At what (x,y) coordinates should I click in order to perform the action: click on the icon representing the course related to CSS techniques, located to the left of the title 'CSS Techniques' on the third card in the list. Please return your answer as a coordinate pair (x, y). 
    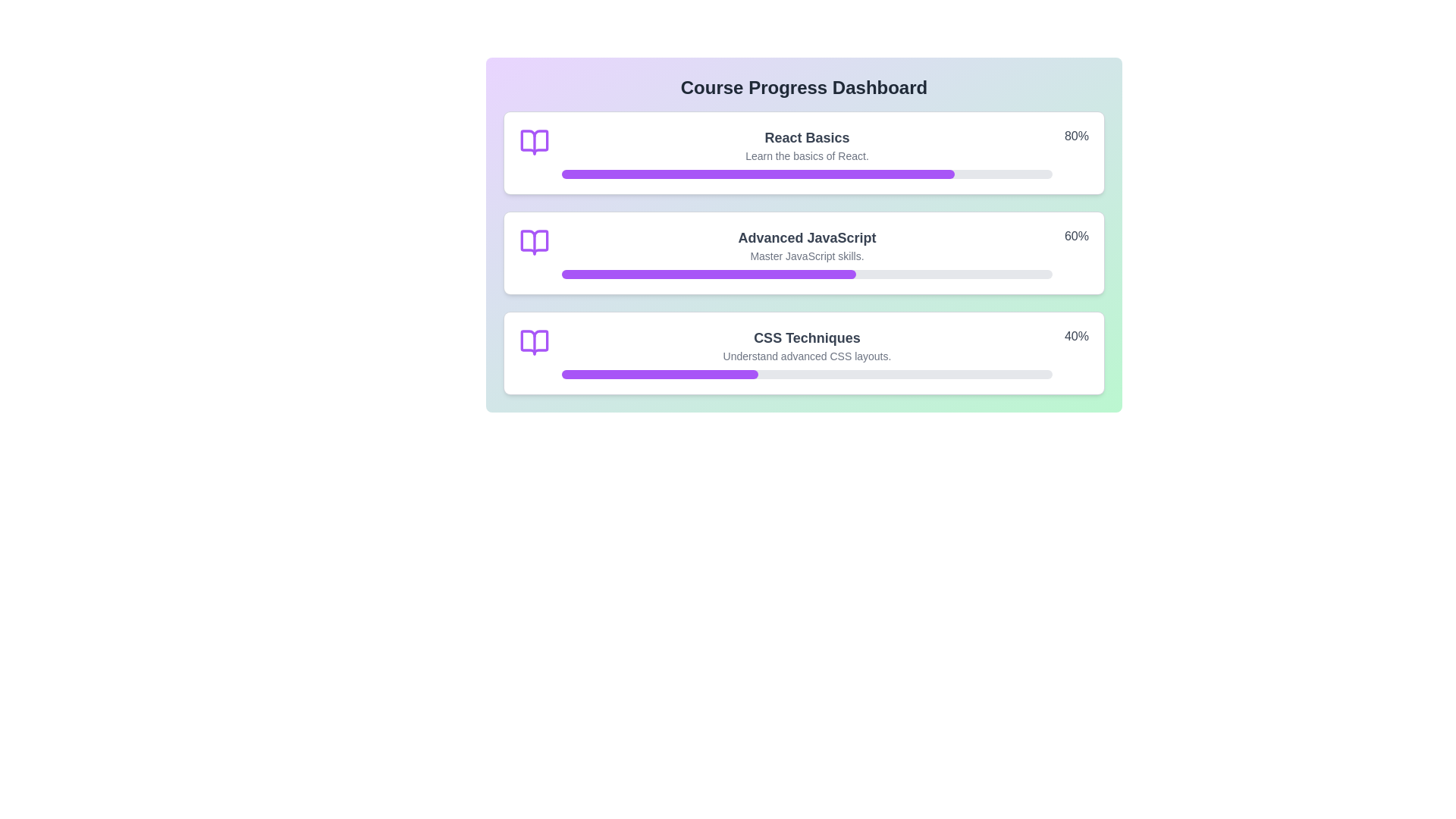
    Looking at the image, I should click on (535, 342).